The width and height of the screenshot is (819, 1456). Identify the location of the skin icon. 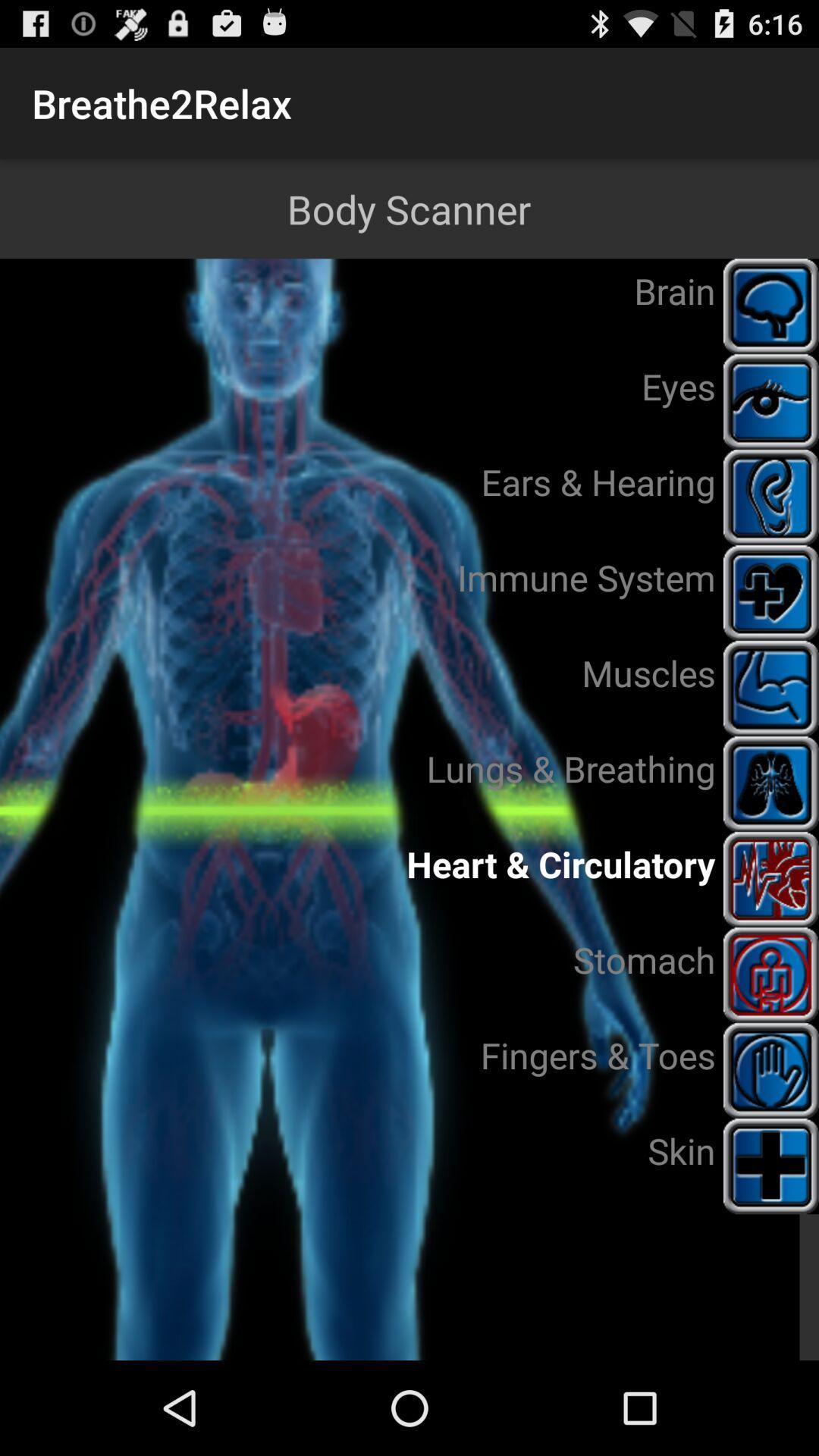
(771, 1165).